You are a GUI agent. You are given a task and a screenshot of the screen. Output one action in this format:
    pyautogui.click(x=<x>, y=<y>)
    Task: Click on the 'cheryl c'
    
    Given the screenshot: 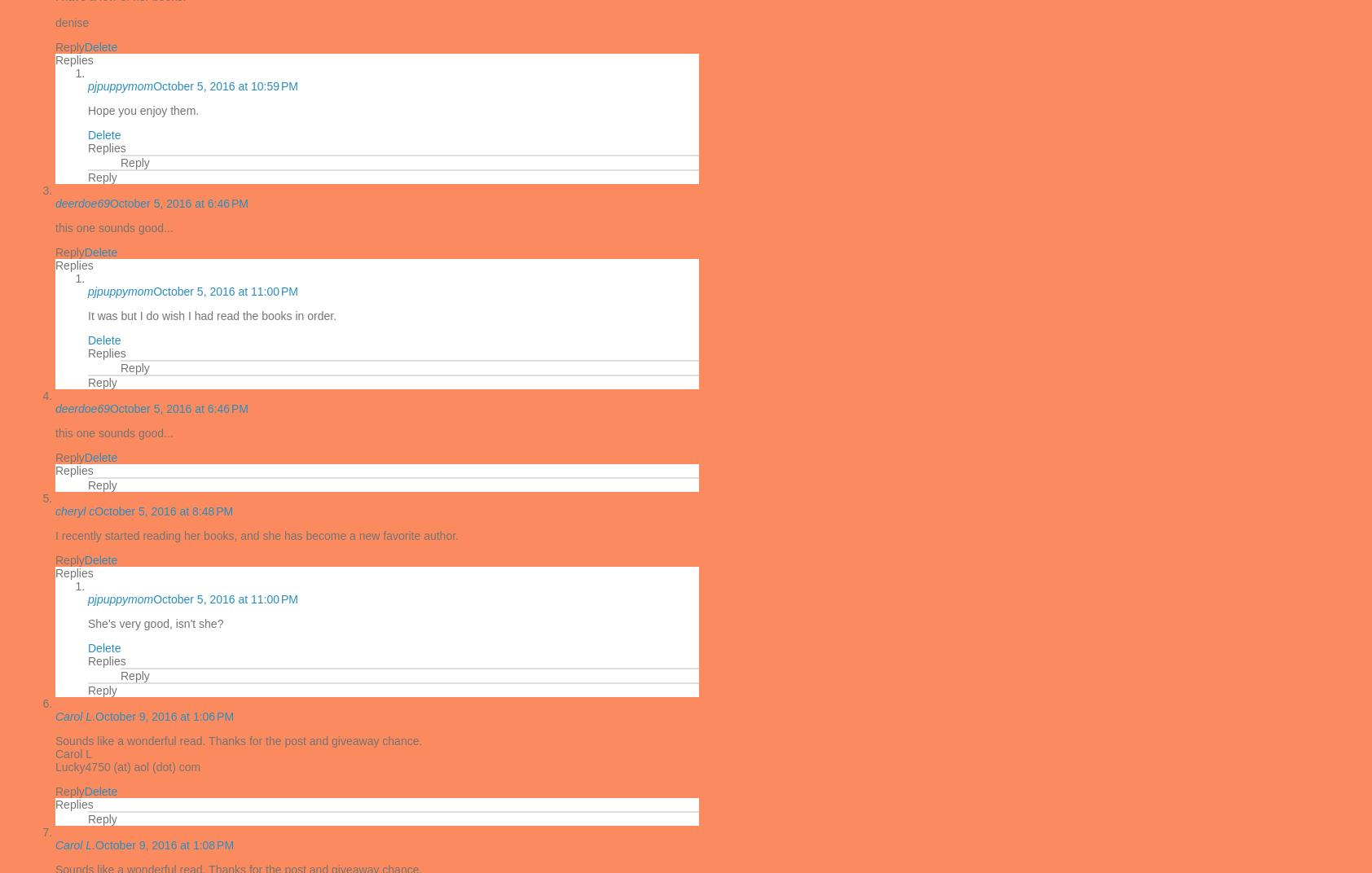 What is the action you would take?
    pyautogui.click(x=73, y=511)
    